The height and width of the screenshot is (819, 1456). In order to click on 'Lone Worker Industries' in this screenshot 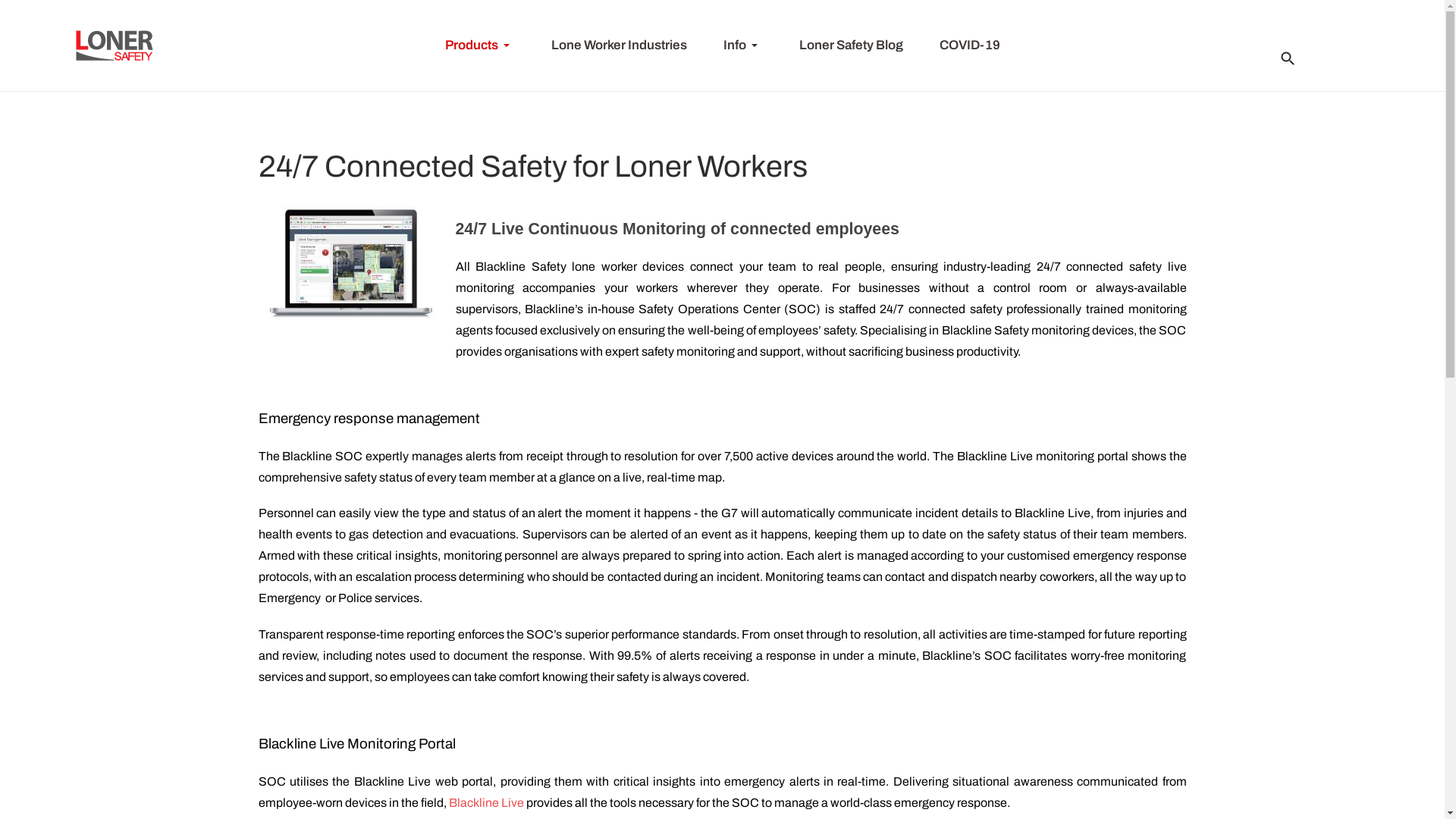, I will do `click(618, 45)`.